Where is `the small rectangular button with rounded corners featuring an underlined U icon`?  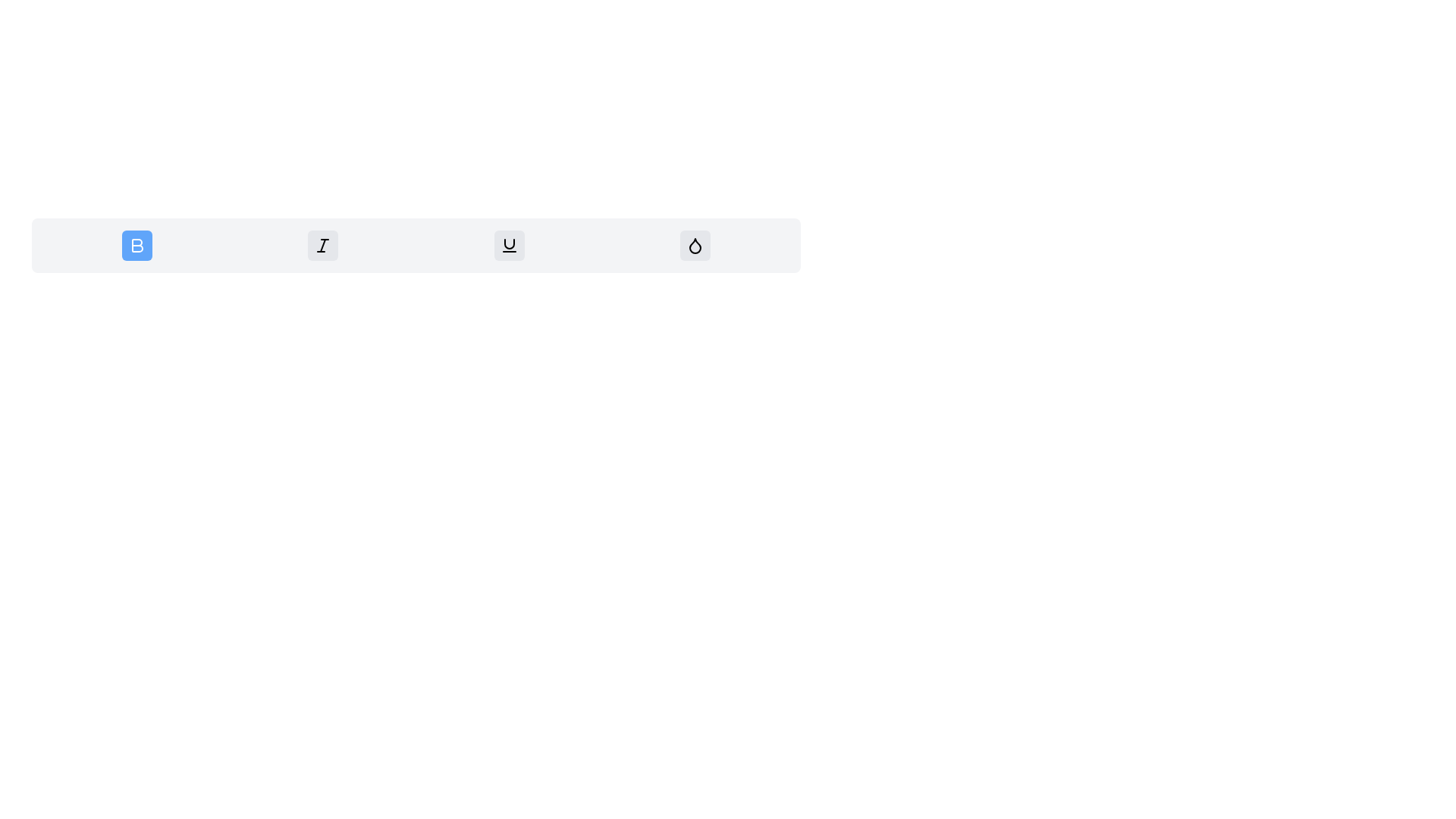
the small rectangular button with rounded corners featuring an underlined U icon is located at coordinates (509, 245).